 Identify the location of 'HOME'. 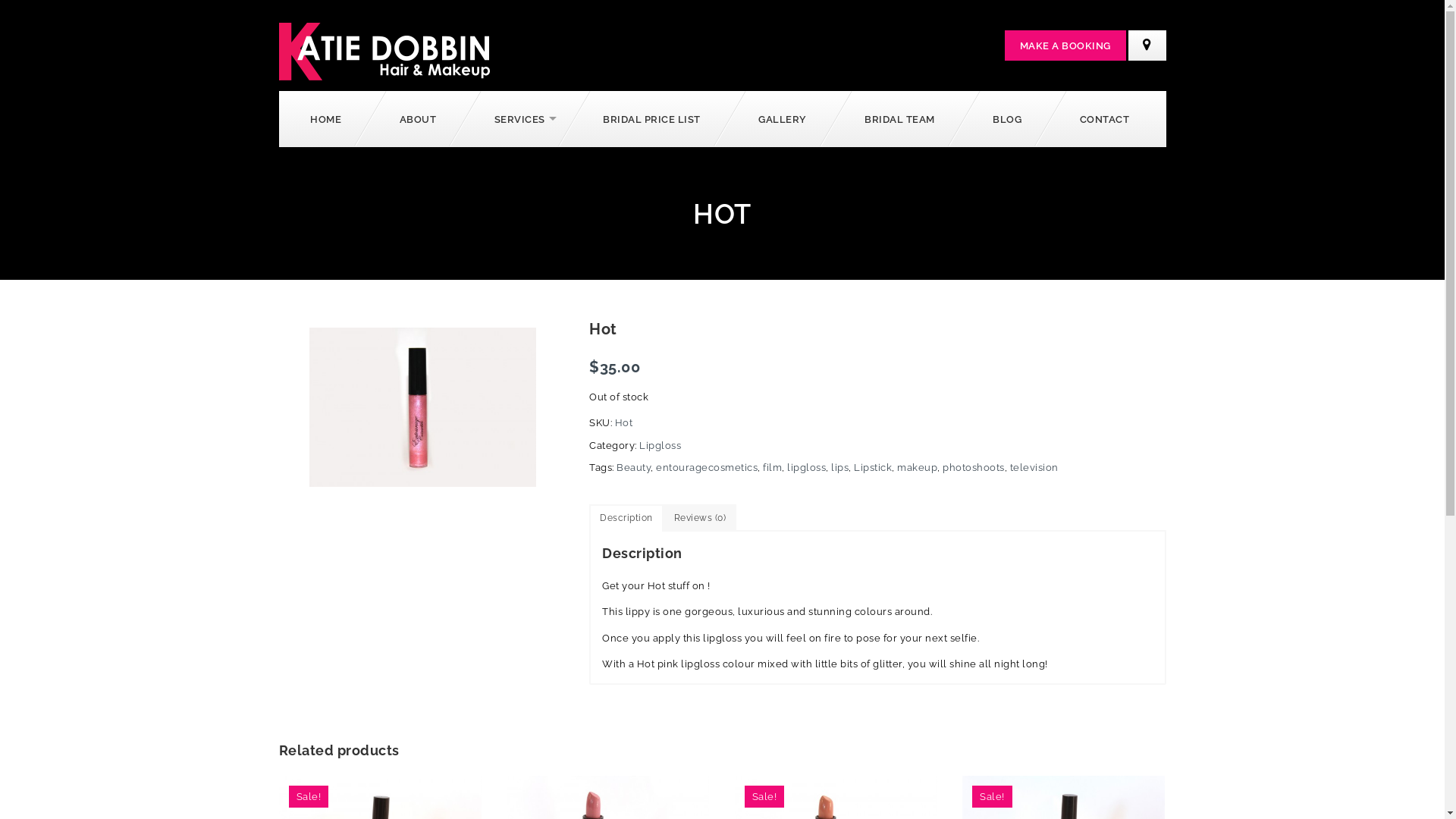
(327, 117).